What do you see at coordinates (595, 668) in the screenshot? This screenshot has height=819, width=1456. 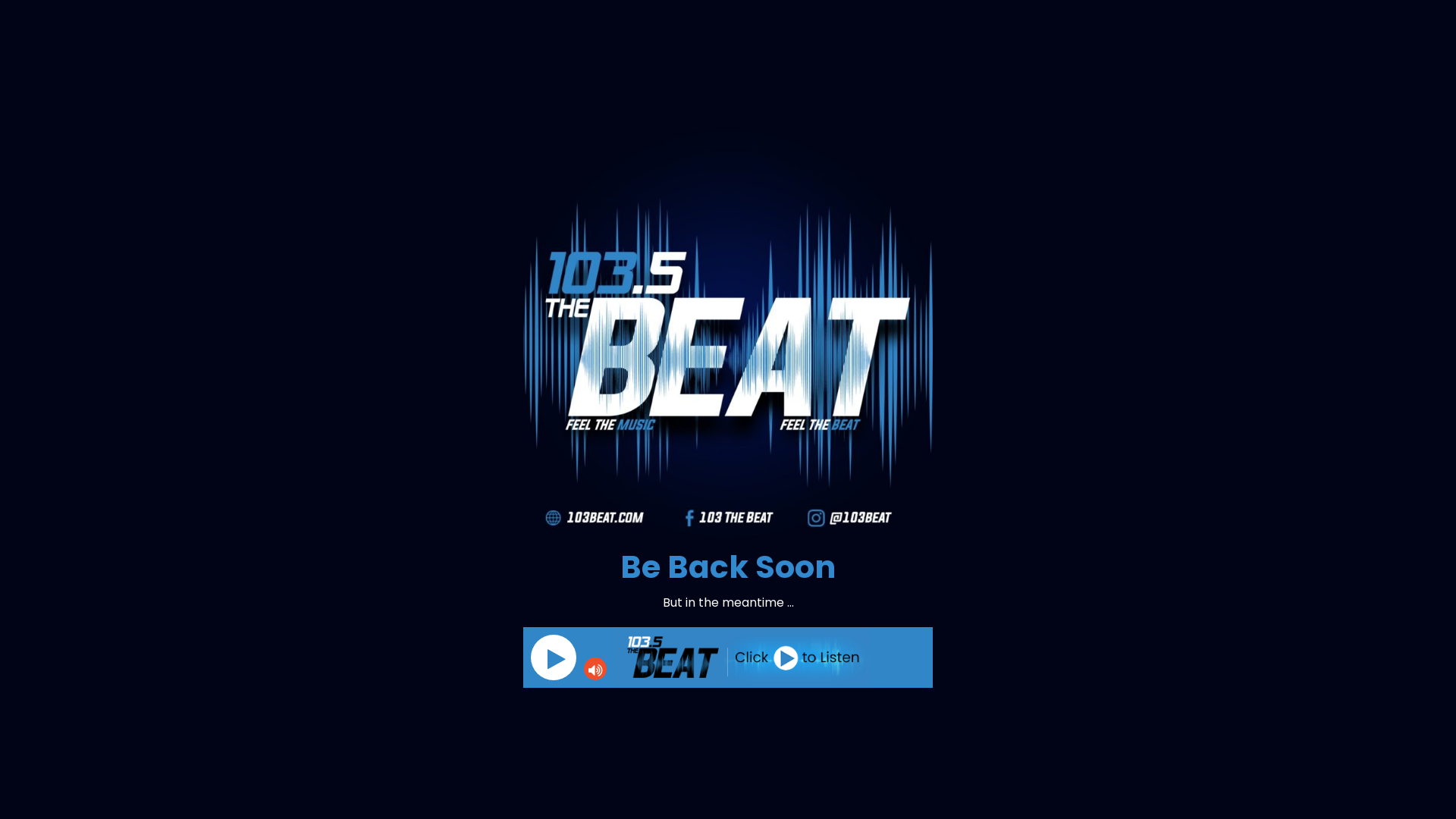 I see `'Mute'` at bounding box center [595, 668].